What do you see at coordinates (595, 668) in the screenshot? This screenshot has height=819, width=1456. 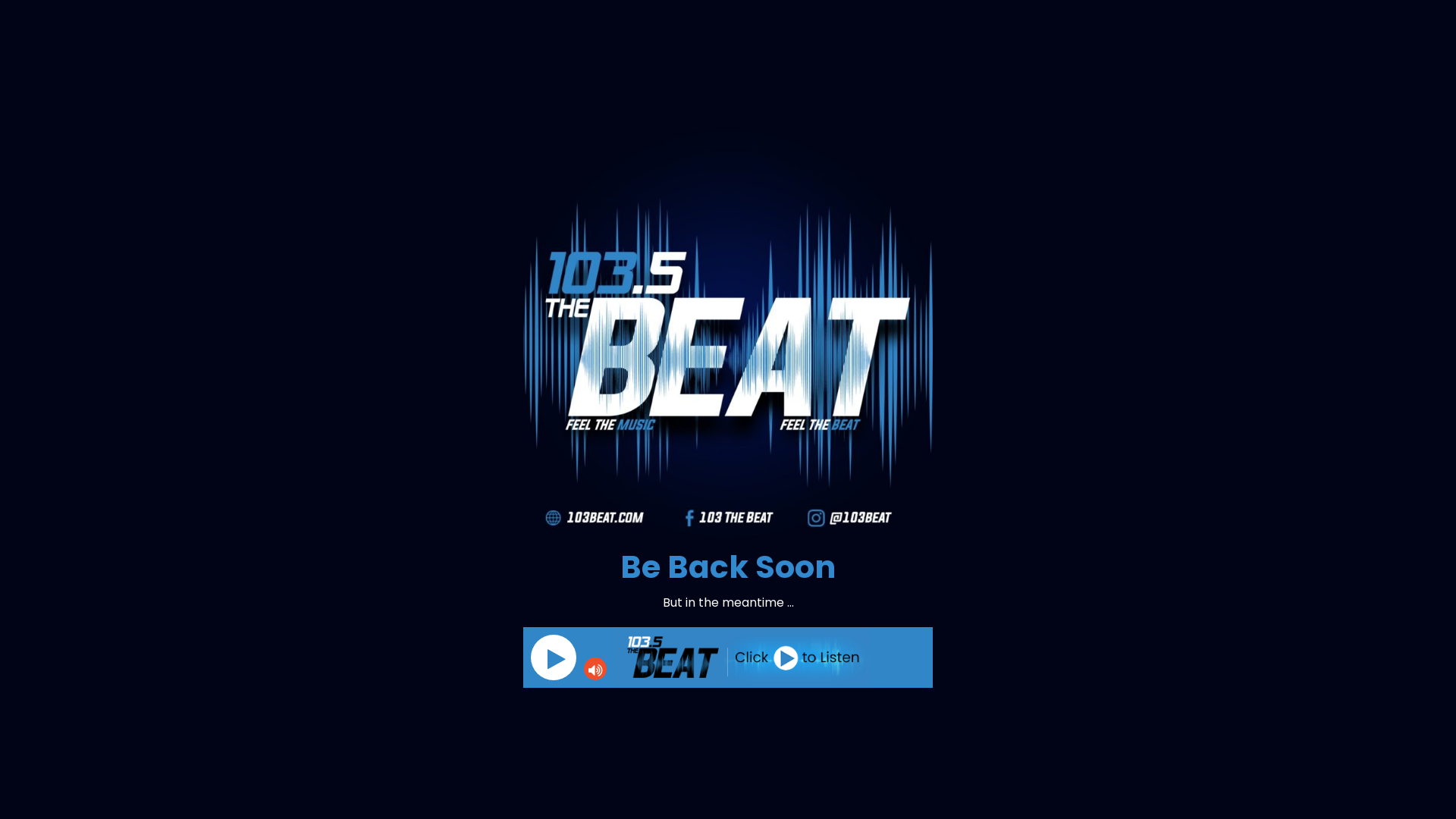 I see `'Mute'` at bounding box center [595, 668].